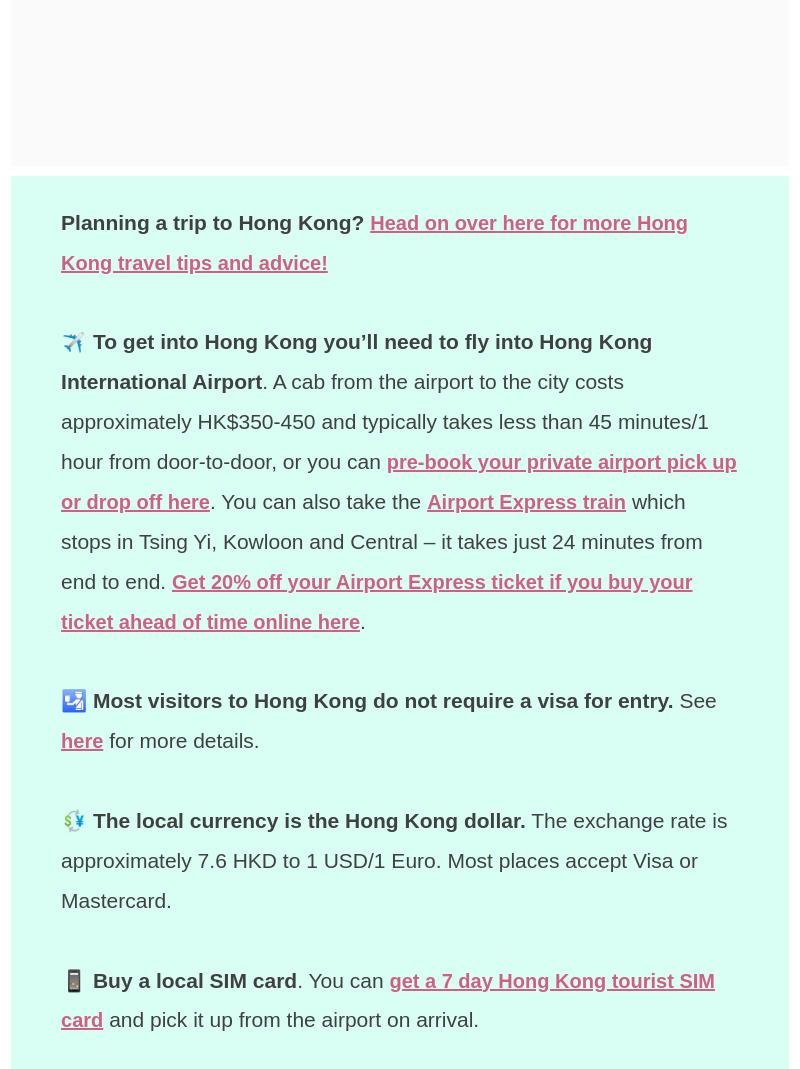 The height and width of the screenshot is (1069, 800). Describe the element at coordinates (694, 699) in the screenshot. I see `'See'` at that location.